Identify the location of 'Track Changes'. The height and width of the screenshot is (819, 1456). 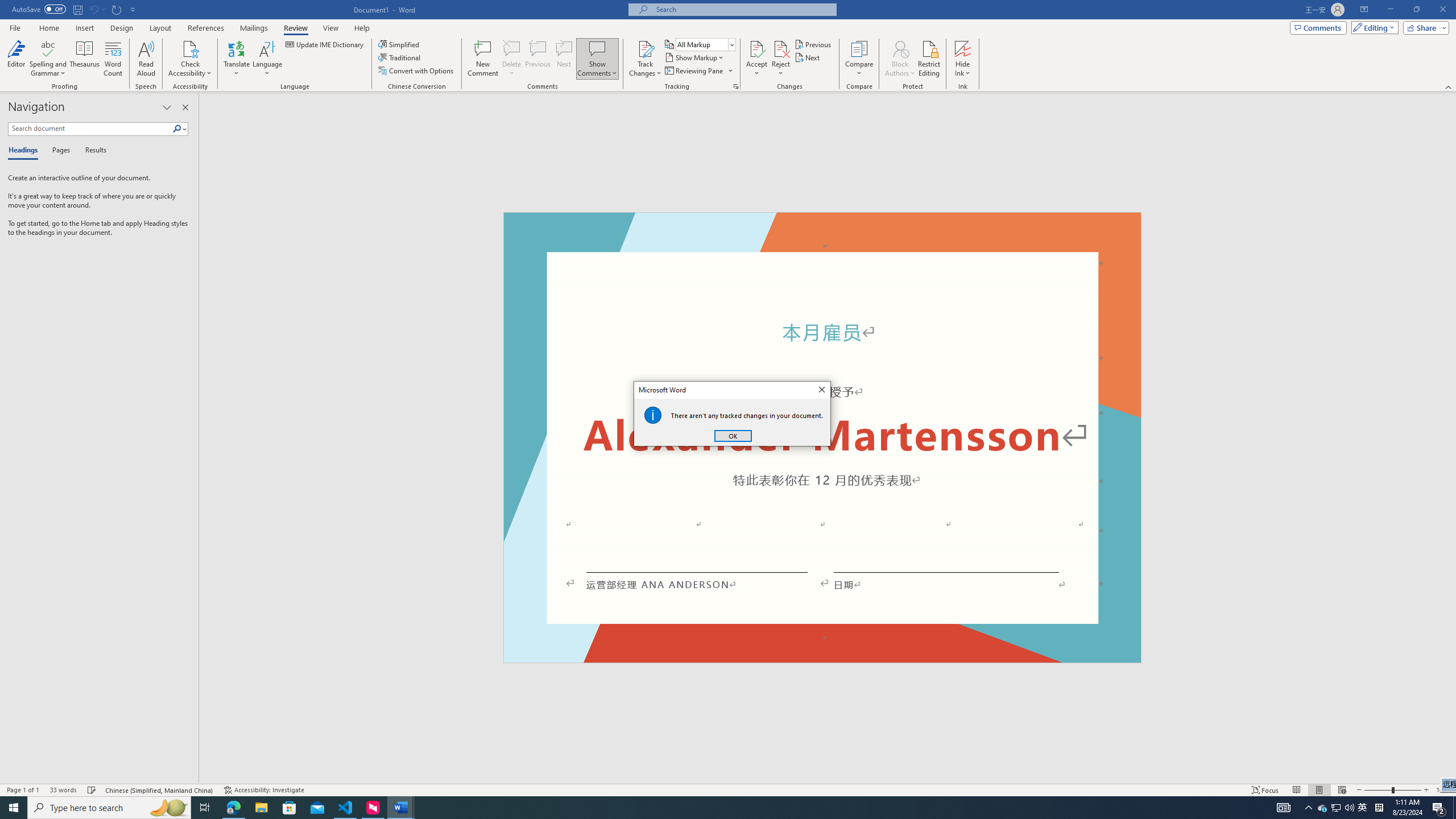
(644, 48).